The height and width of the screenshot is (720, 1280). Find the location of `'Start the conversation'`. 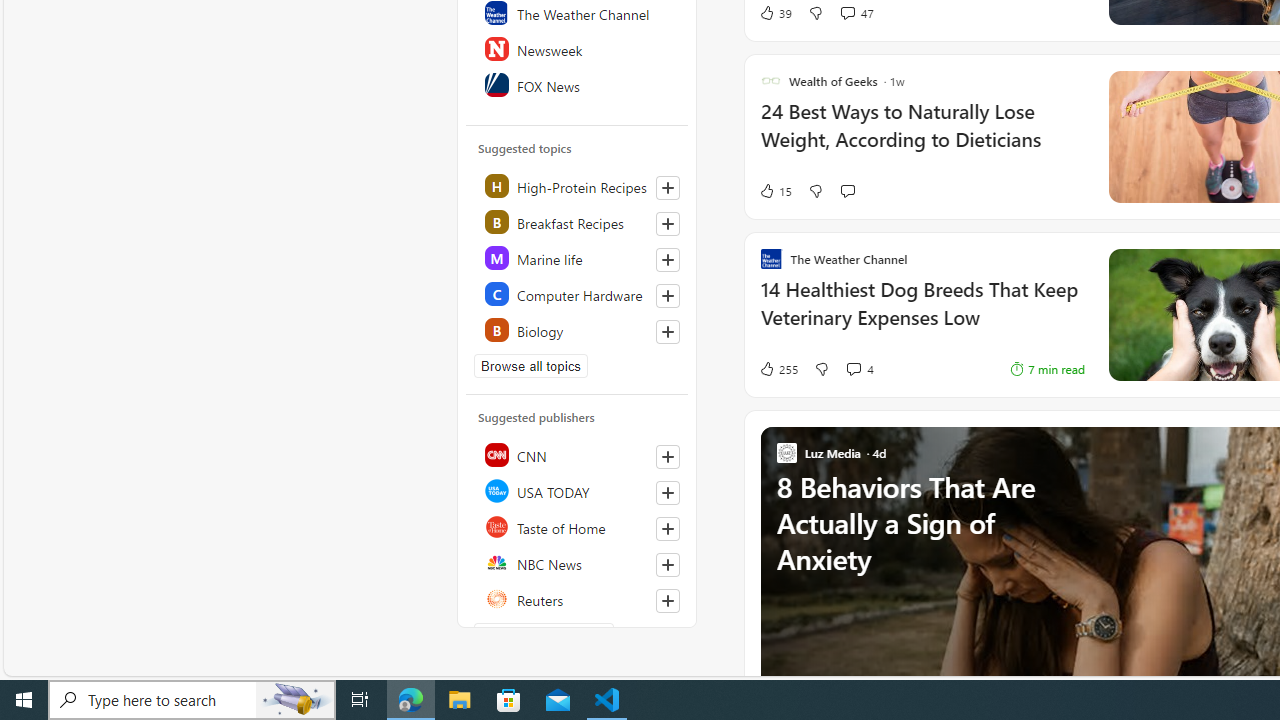

'Start the conversation' is located at coordinates (847, 191).